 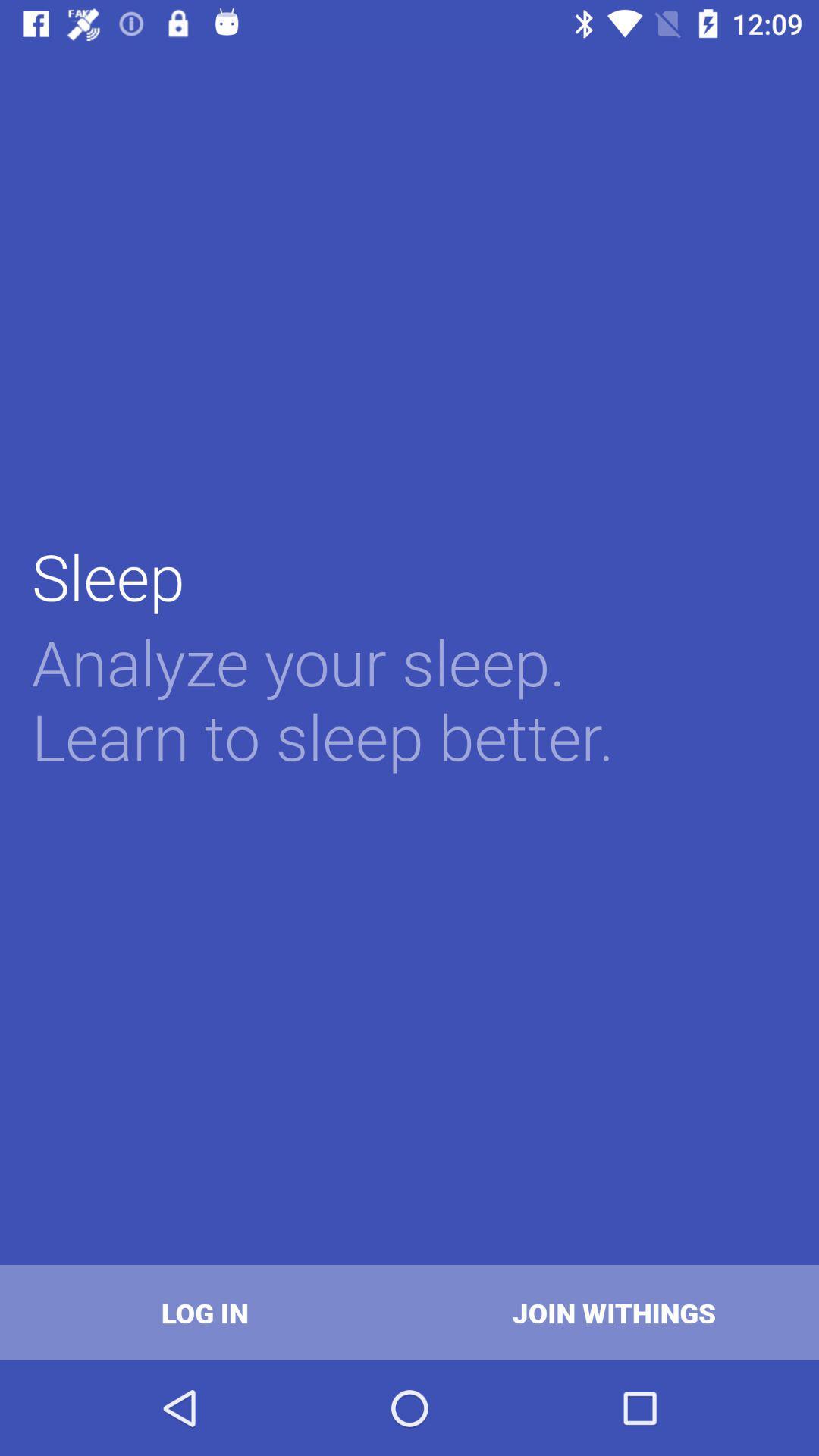 I want to click on icon next to the join withings, so click(x=205, y=1312).